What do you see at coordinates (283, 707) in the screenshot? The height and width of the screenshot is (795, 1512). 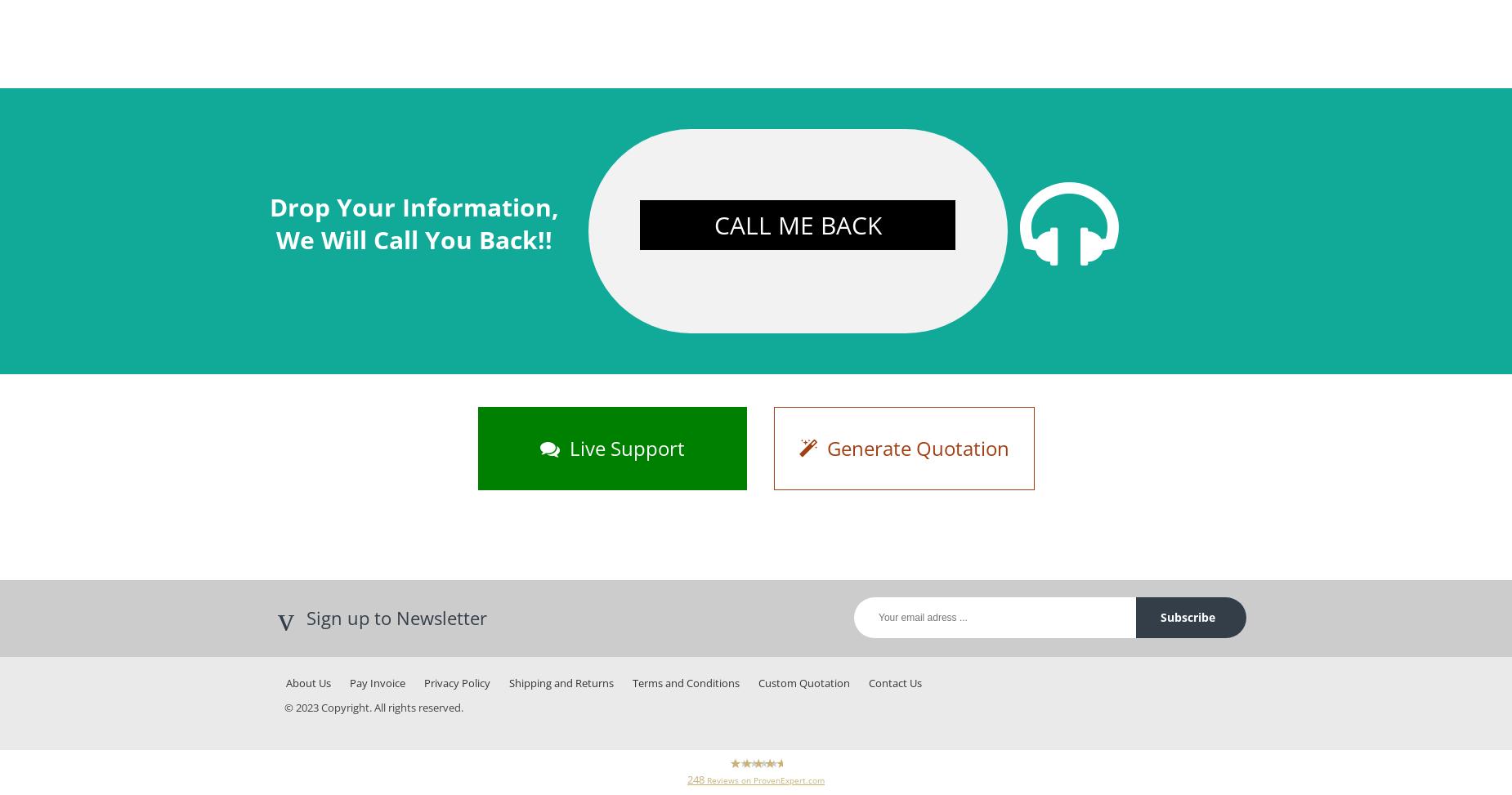 I see `'© 2023 Copyright. All rights reserved.'` at bounding box center [283, 707].